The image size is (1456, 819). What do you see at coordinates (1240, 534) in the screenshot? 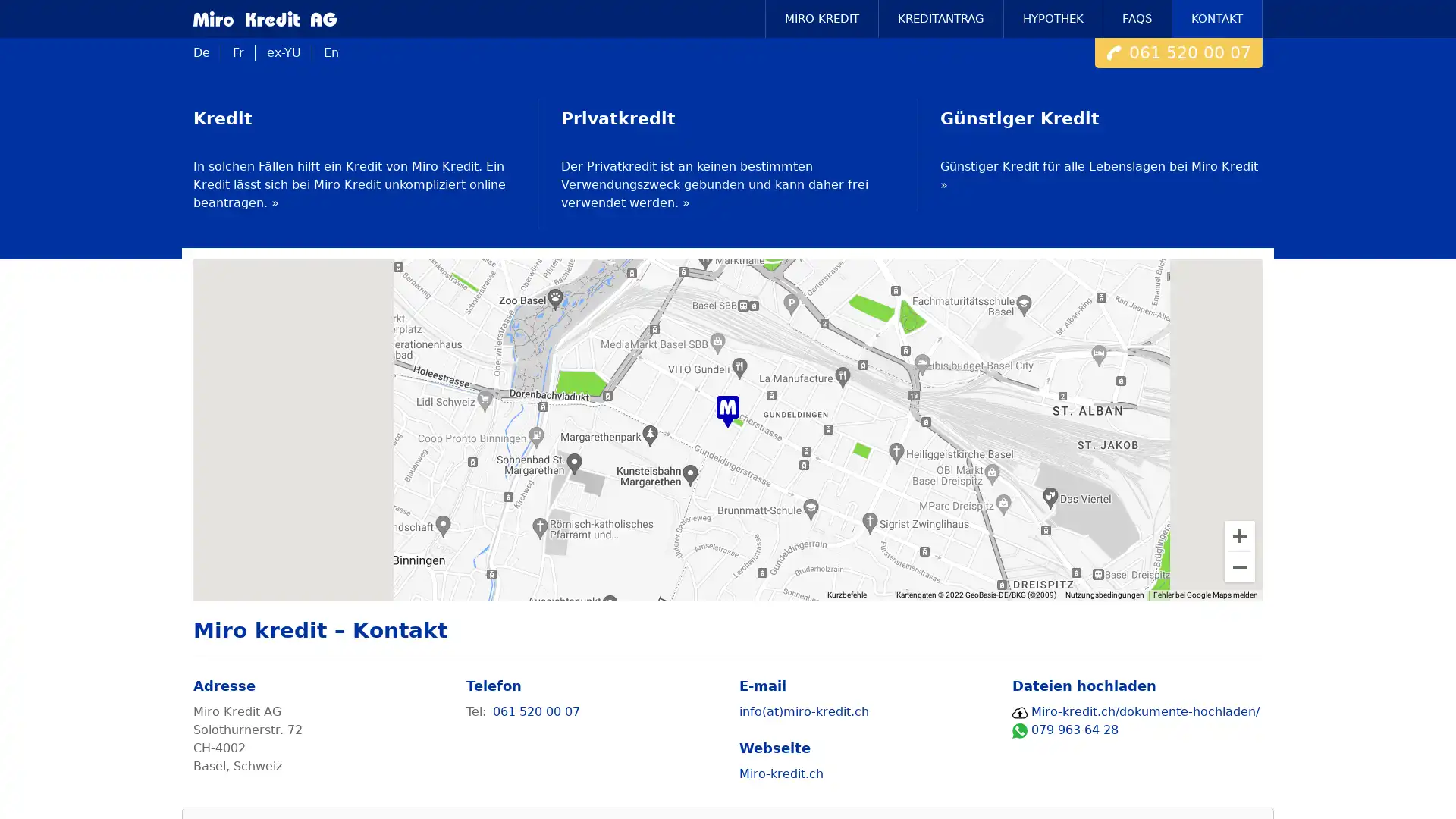
I see `Vergroern` at bounding box center [1240, 534].